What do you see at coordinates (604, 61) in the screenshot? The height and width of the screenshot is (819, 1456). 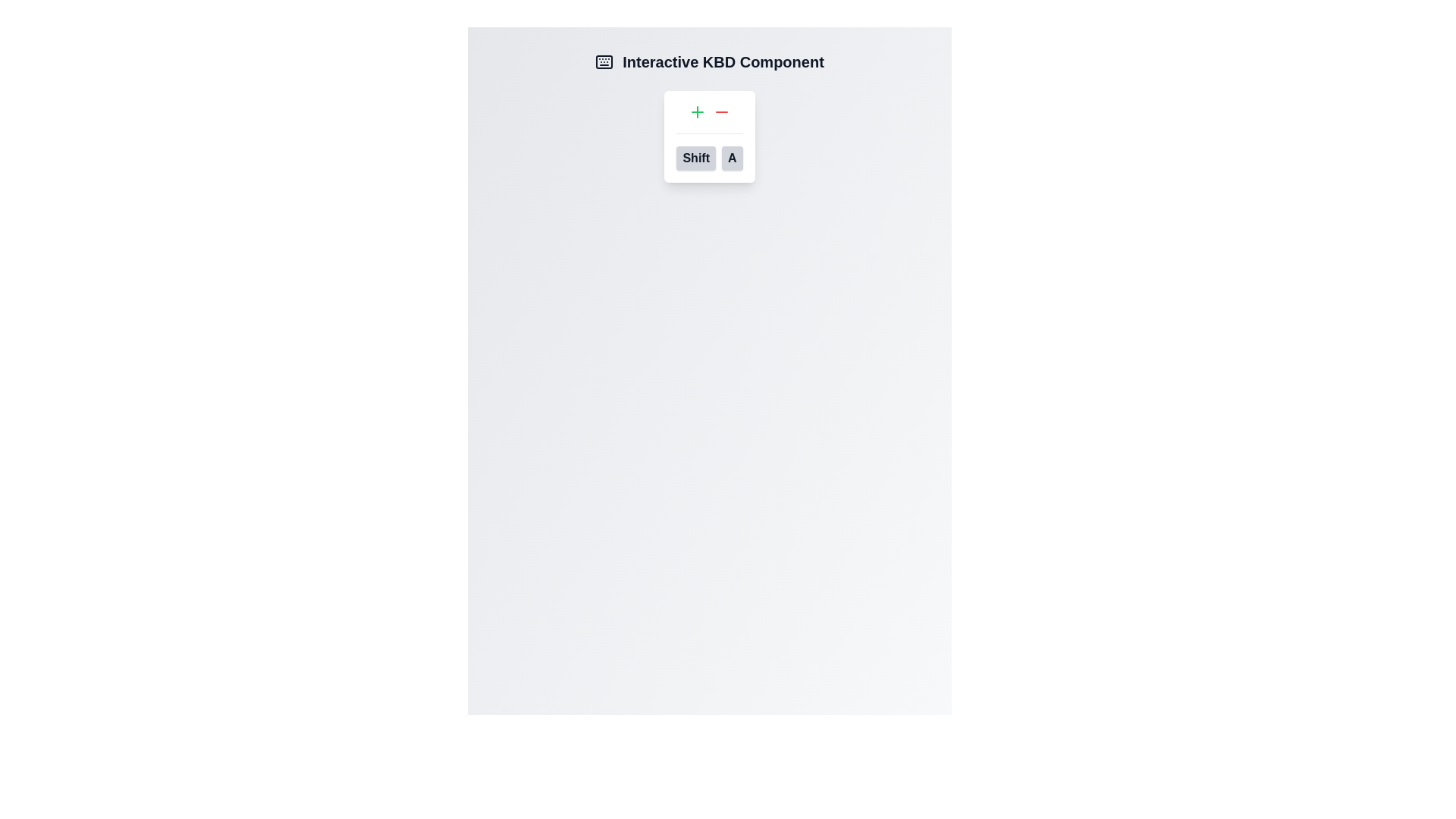 I see `the small black keyboard icon located to the left of the 'Interactive KBD Component' text` at bounding box center [604, 61].